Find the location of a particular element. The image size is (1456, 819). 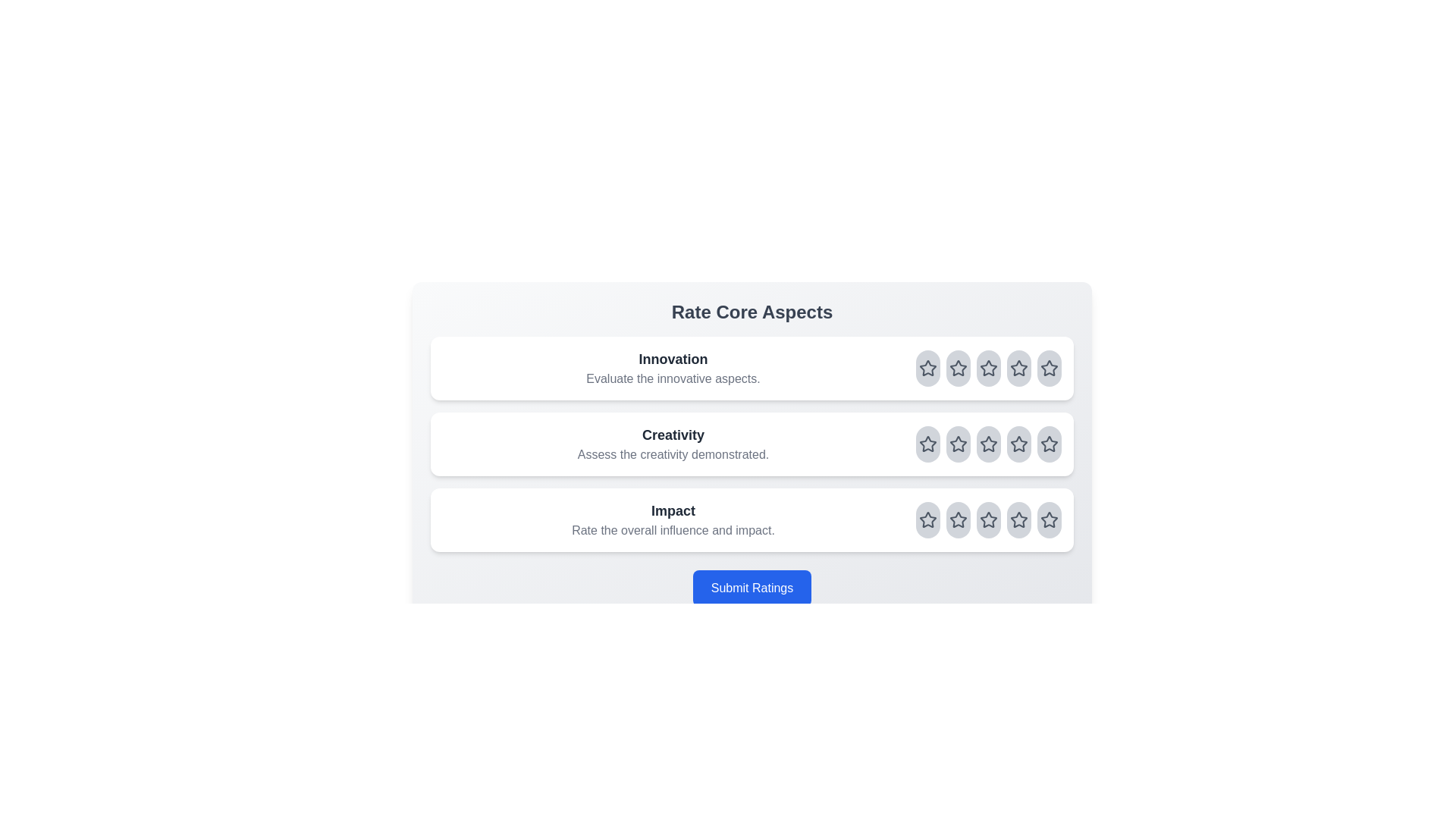

the rating for the aspect Innovation to 5 stars by clicking on the corresponding star is located at coordinates (1048, 369).